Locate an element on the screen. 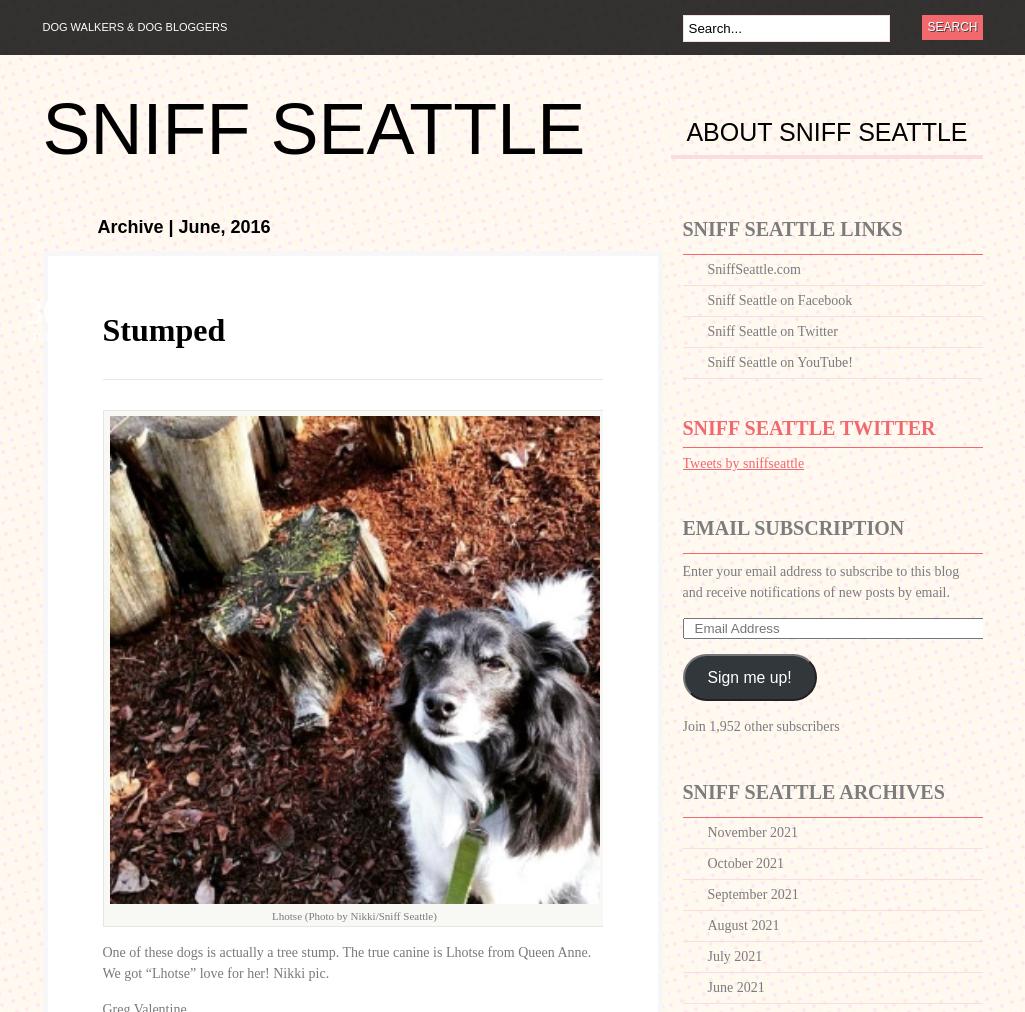 The width and height of the screenshot is (1025, 1012). 'August 2021' is located at coordinates (742, 925).